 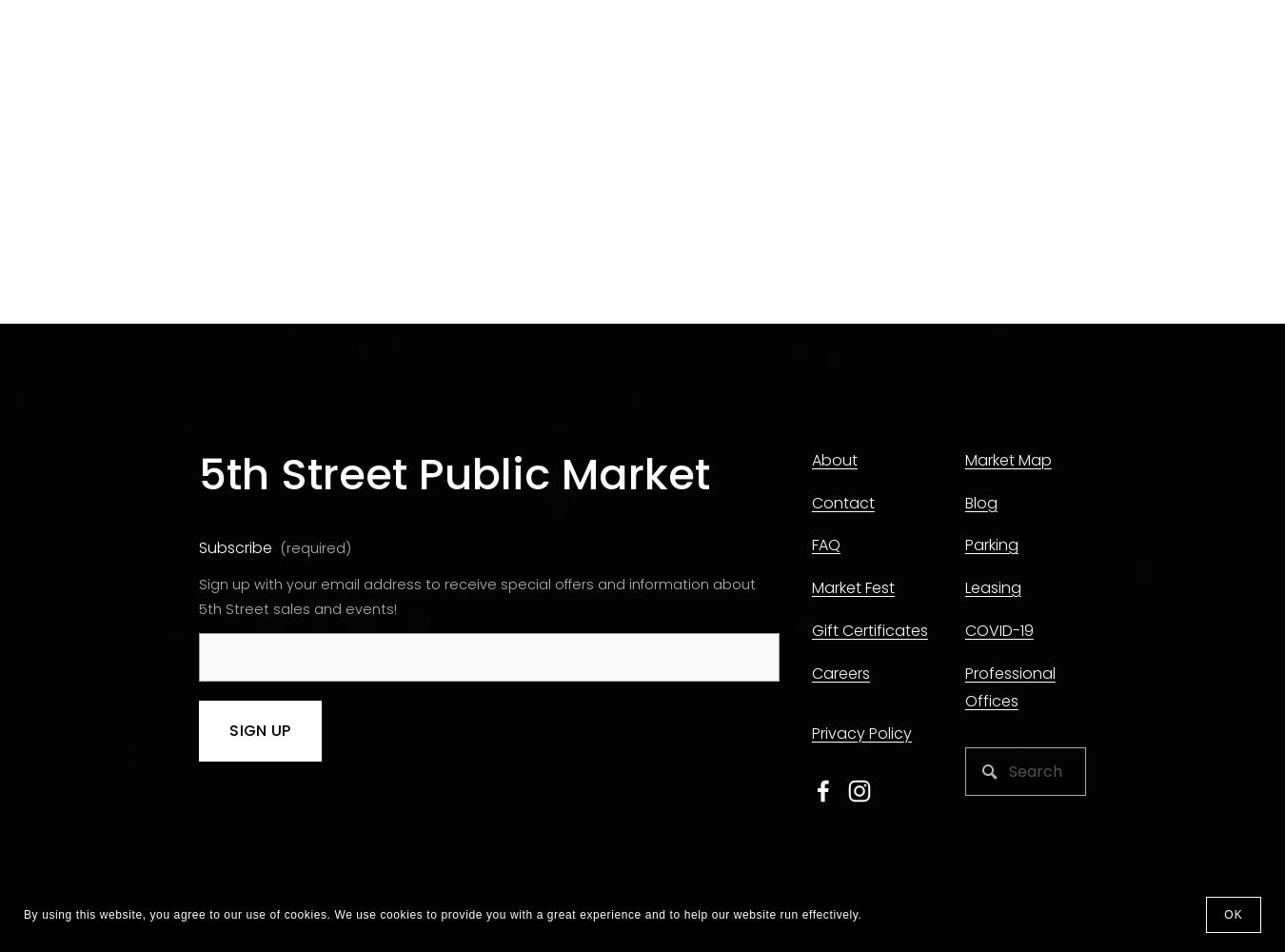 What do you see at coordinates (227, 730) in the screenshot?
I see `'SIGN UP'` at bounding box center [227, 730].